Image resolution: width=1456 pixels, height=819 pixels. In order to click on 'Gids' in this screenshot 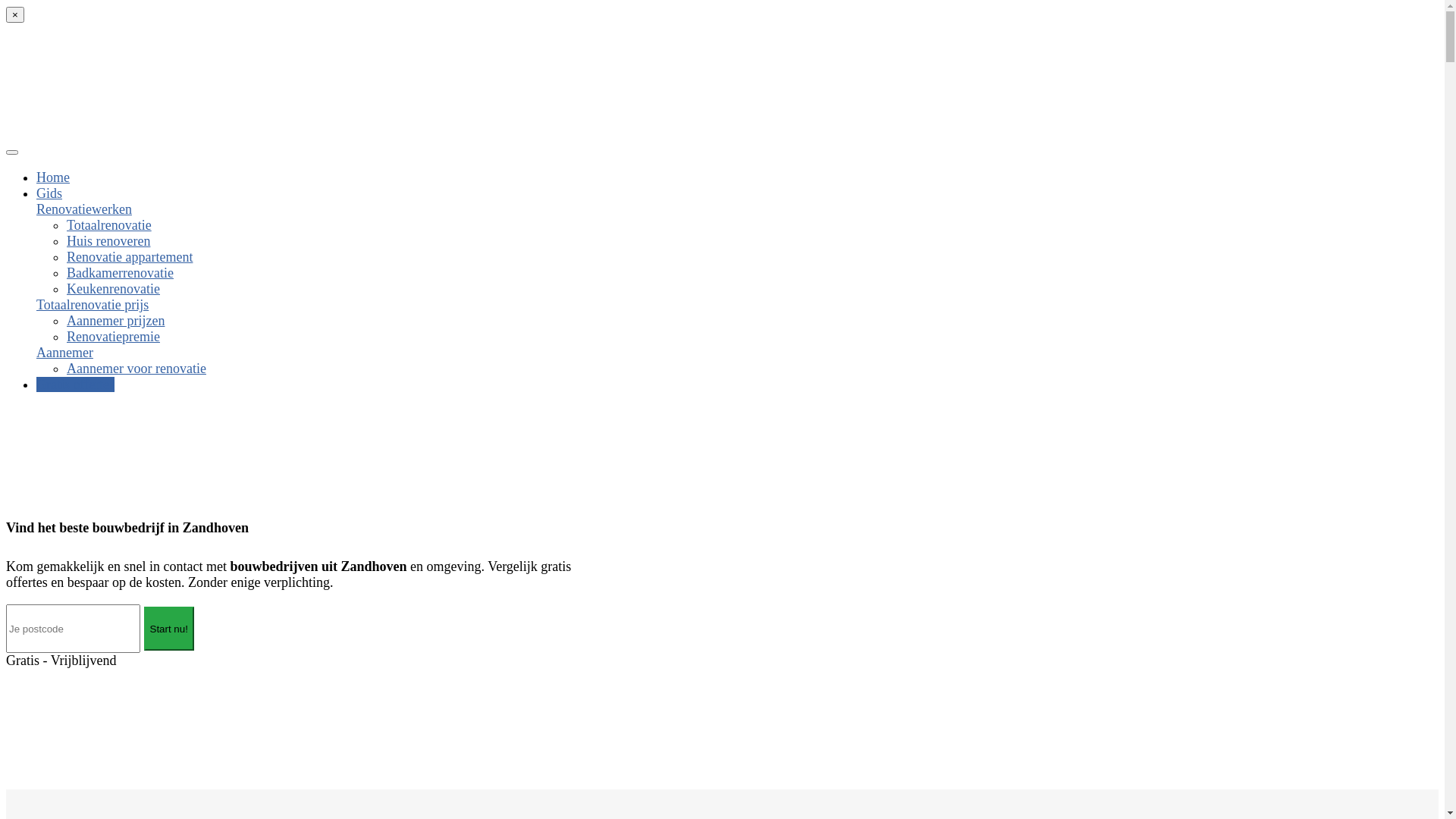, I will do `click(49, 192)`.